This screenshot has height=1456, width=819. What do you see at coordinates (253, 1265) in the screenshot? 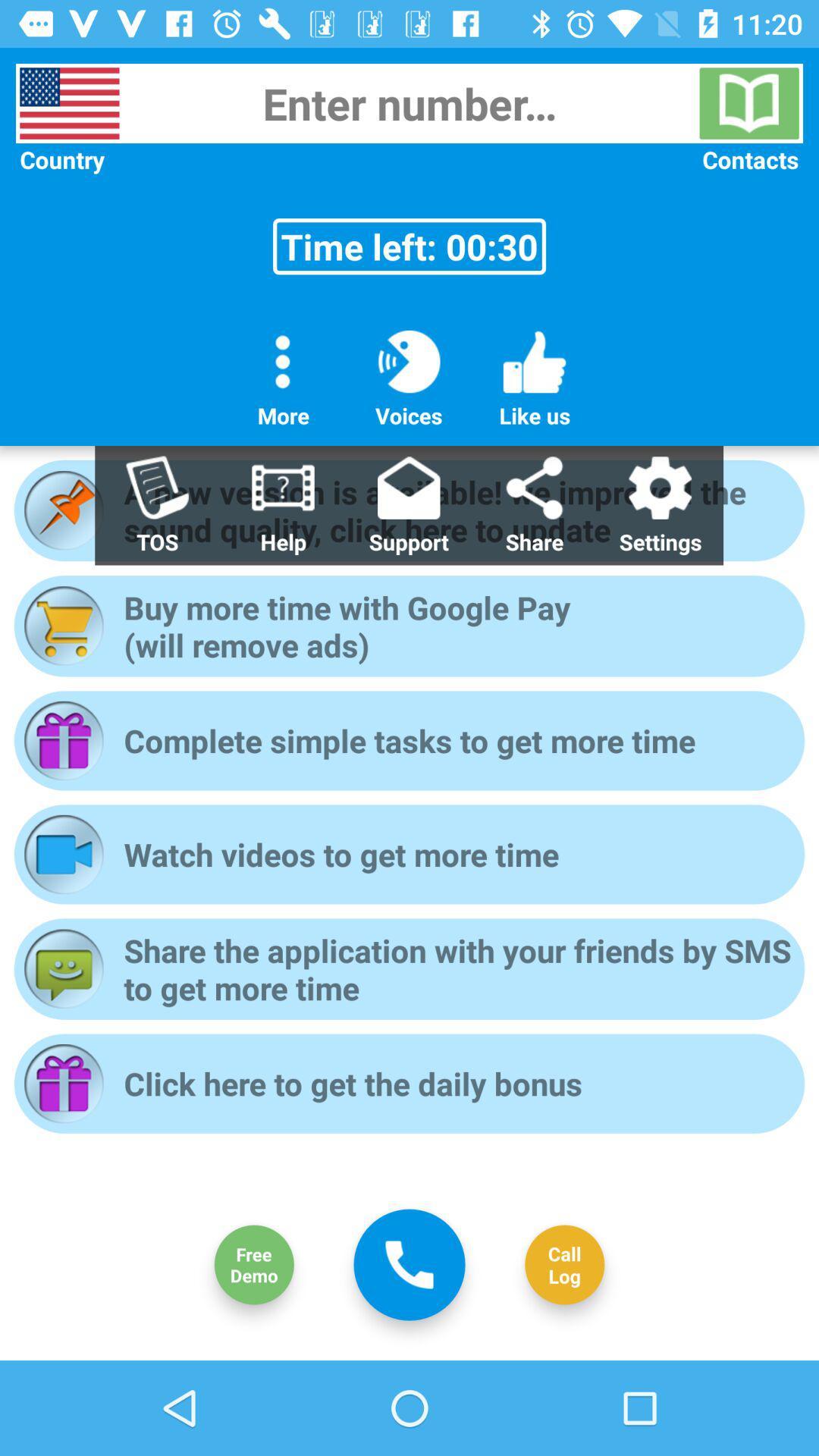
I see `the avatar icon` at bounding box center [253, 1265].